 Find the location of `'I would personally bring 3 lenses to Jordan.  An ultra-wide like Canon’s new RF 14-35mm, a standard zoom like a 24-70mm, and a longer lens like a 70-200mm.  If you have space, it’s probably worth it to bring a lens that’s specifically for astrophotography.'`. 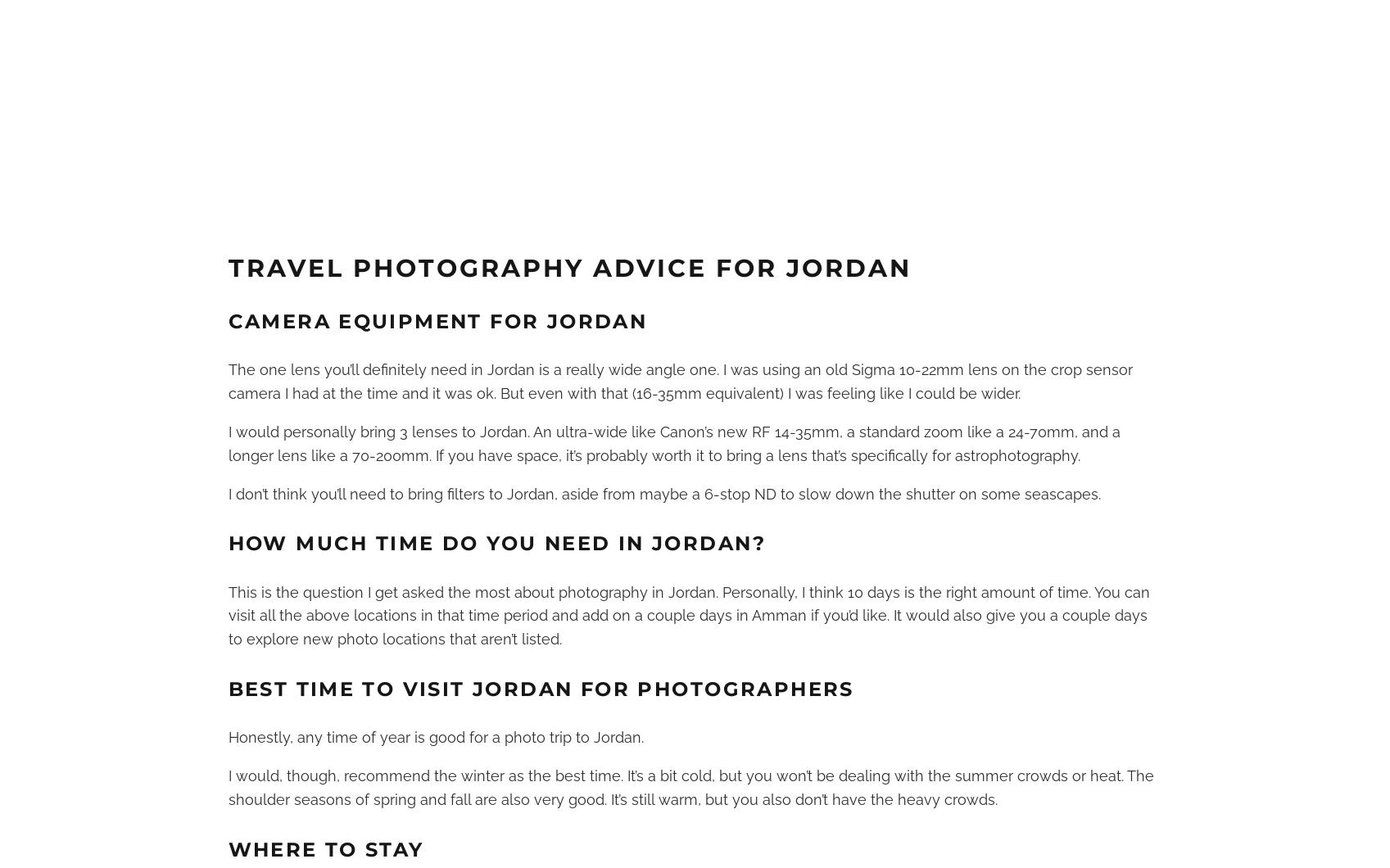

'I would personally bring 3 lenses to Jordan.  An ultra-wide like Canon’s new RF 14-35mm, a standard zoom like a 24-70mm, and a longer lens like a 70-200mm.  If you have space, it’s probably worth it to bring a lens that’s specifically for astrophotography.' is located at coordinates (673, 443).